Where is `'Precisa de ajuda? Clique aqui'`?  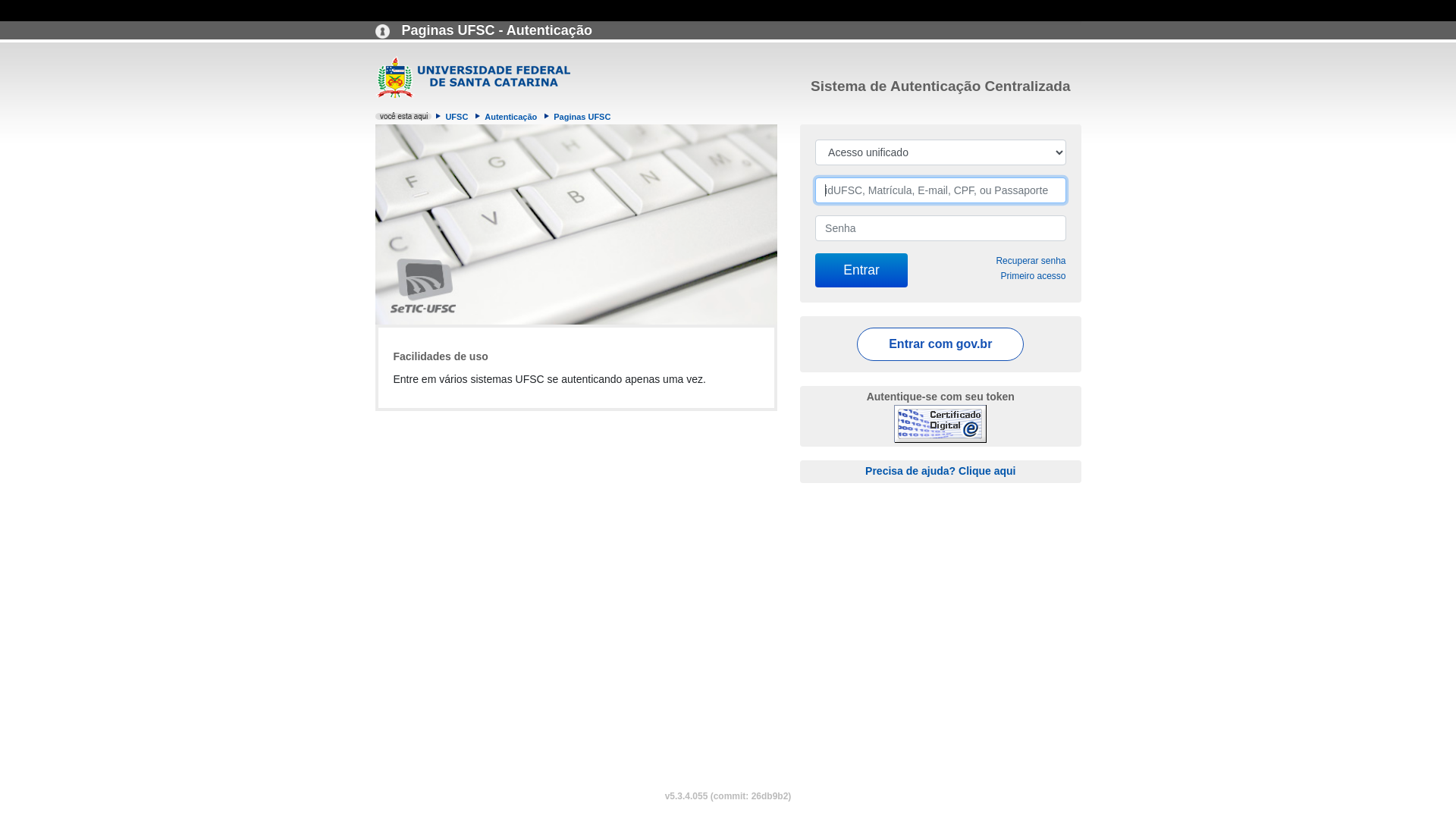
'Precisa de ajuda? Clique aqui' is located at coordinates (939, 470).